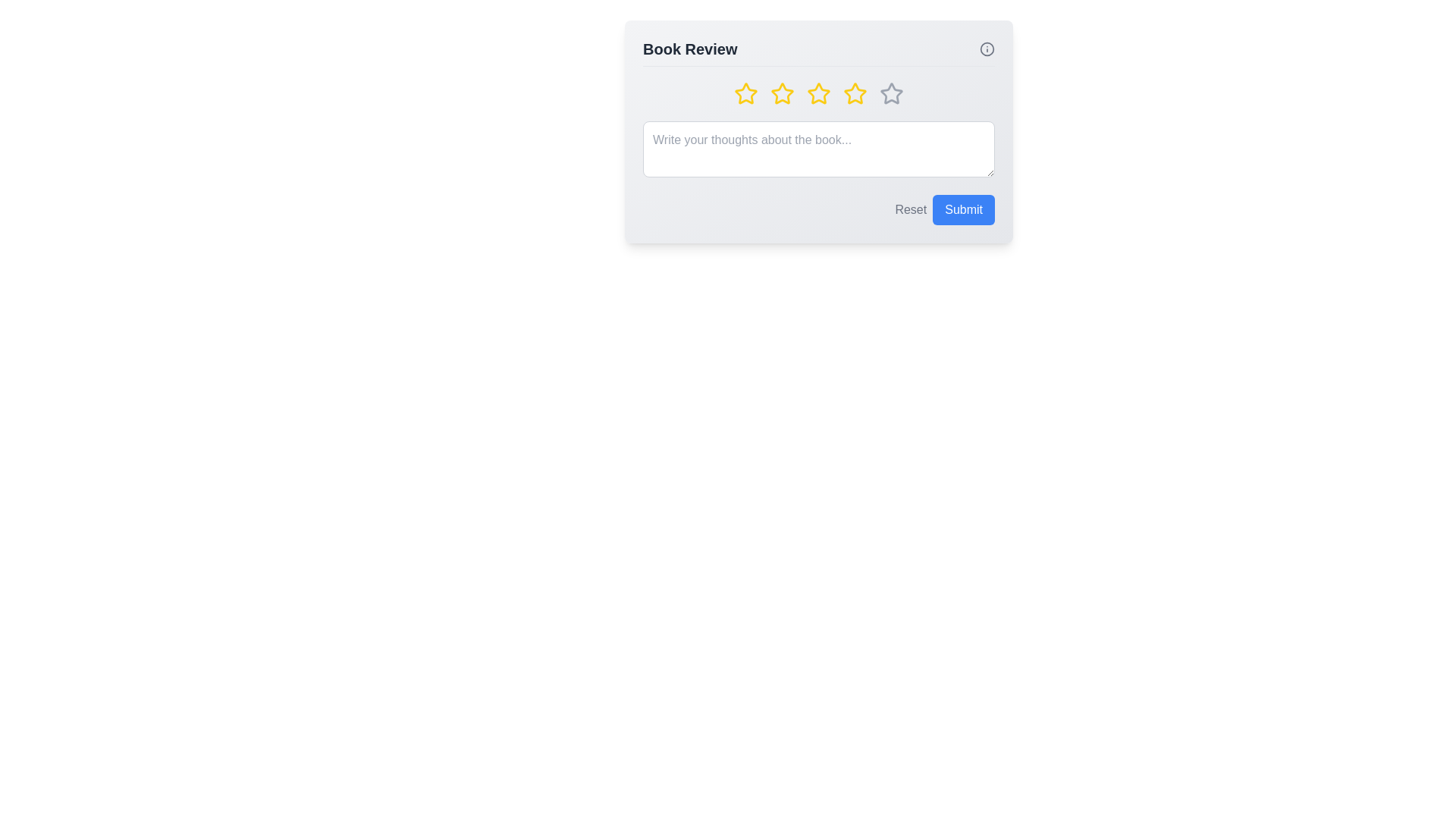 The width and height of the screenshot is (1456, 819). Describe the element at coordinates (892, 93) in the screenshot. I see `the star corresponding to 5 to preview the rating` at that location.